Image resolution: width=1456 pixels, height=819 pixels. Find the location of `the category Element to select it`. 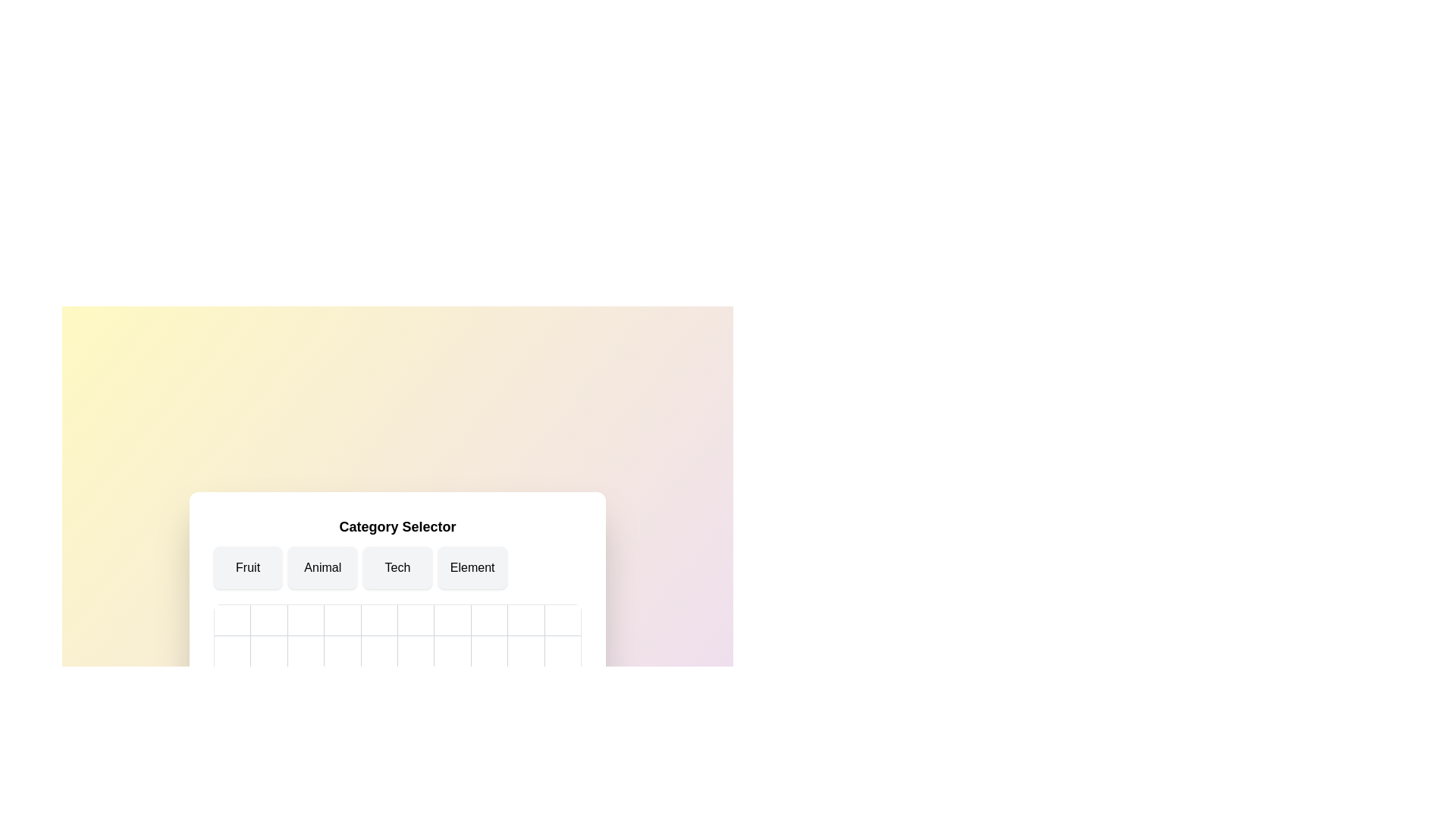

the category Element to select it is located at coordinates (472, 567).